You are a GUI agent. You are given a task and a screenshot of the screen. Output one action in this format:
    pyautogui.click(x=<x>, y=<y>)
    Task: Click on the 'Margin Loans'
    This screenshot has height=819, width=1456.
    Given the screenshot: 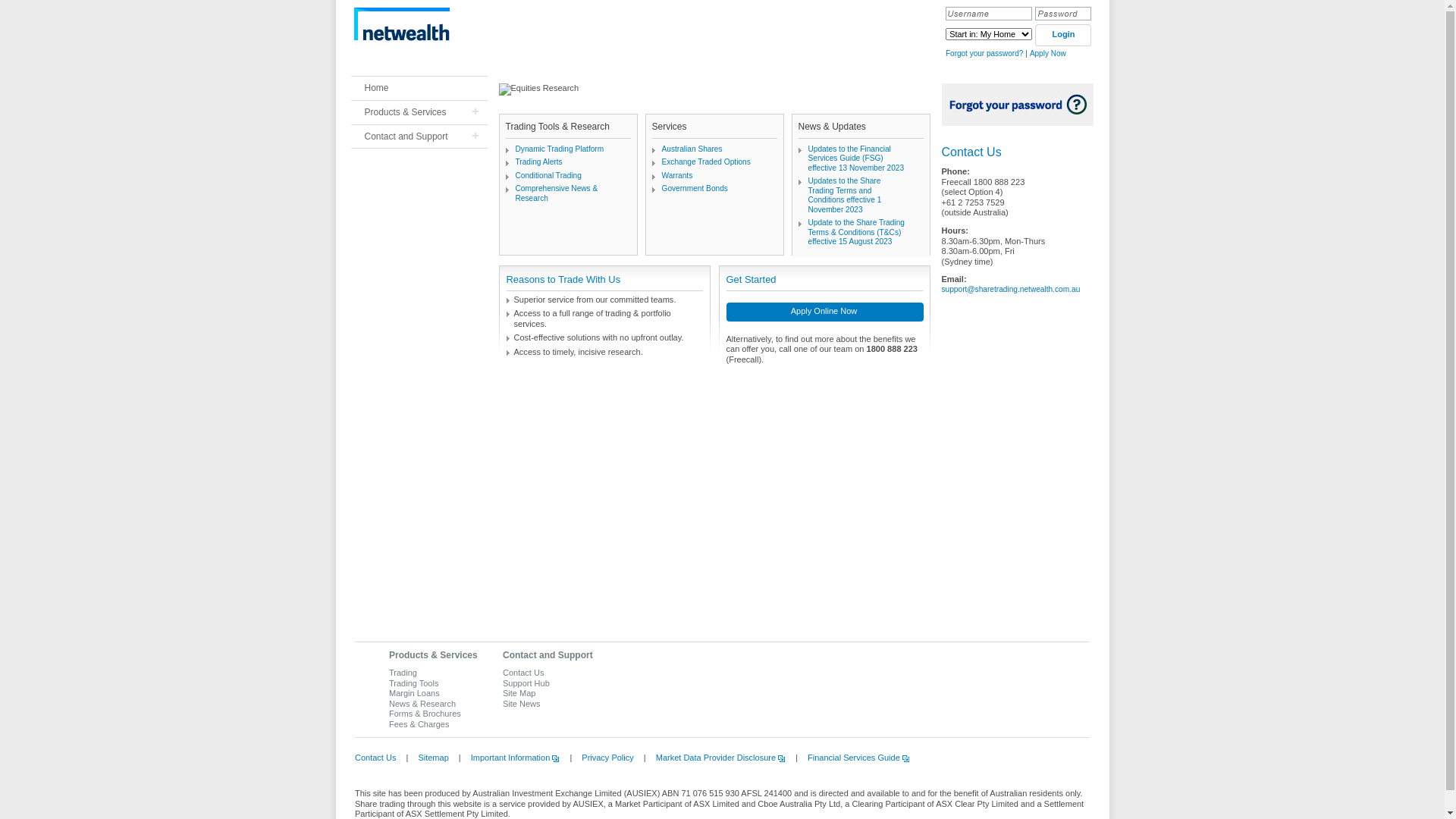 What is the action you would take?
    pyautogui.click(x=414, y=693)
    